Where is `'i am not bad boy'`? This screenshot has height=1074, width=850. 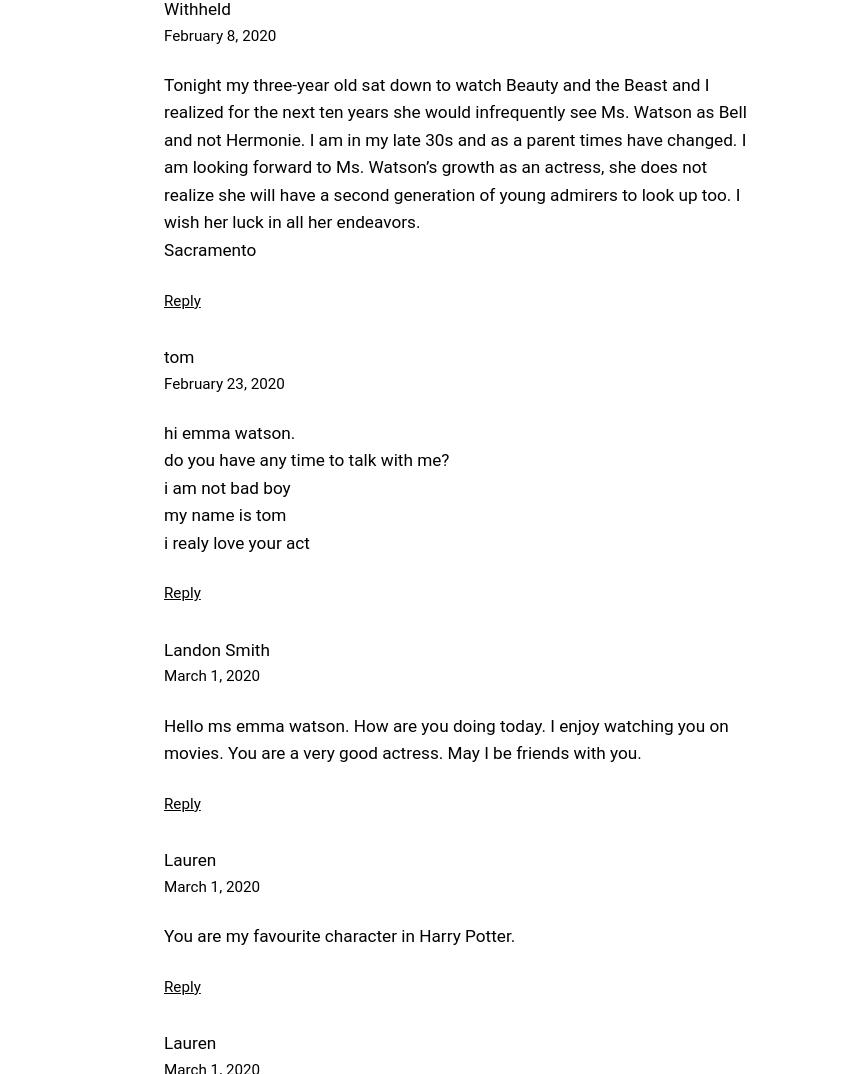
'i am not bad boy' is located at coordinates (227, 486).